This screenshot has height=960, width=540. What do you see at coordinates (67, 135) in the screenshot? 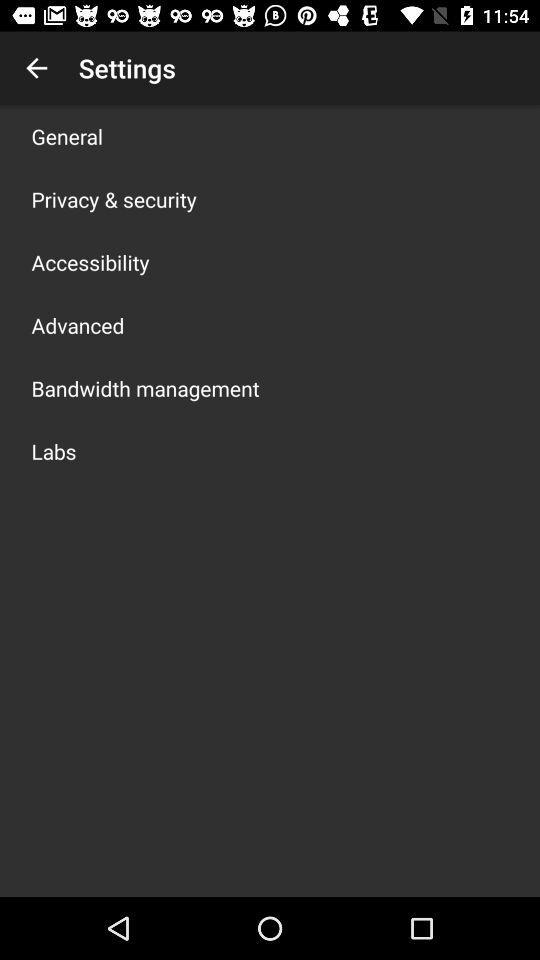
I see `general icon` at bounding box center [67, 135].